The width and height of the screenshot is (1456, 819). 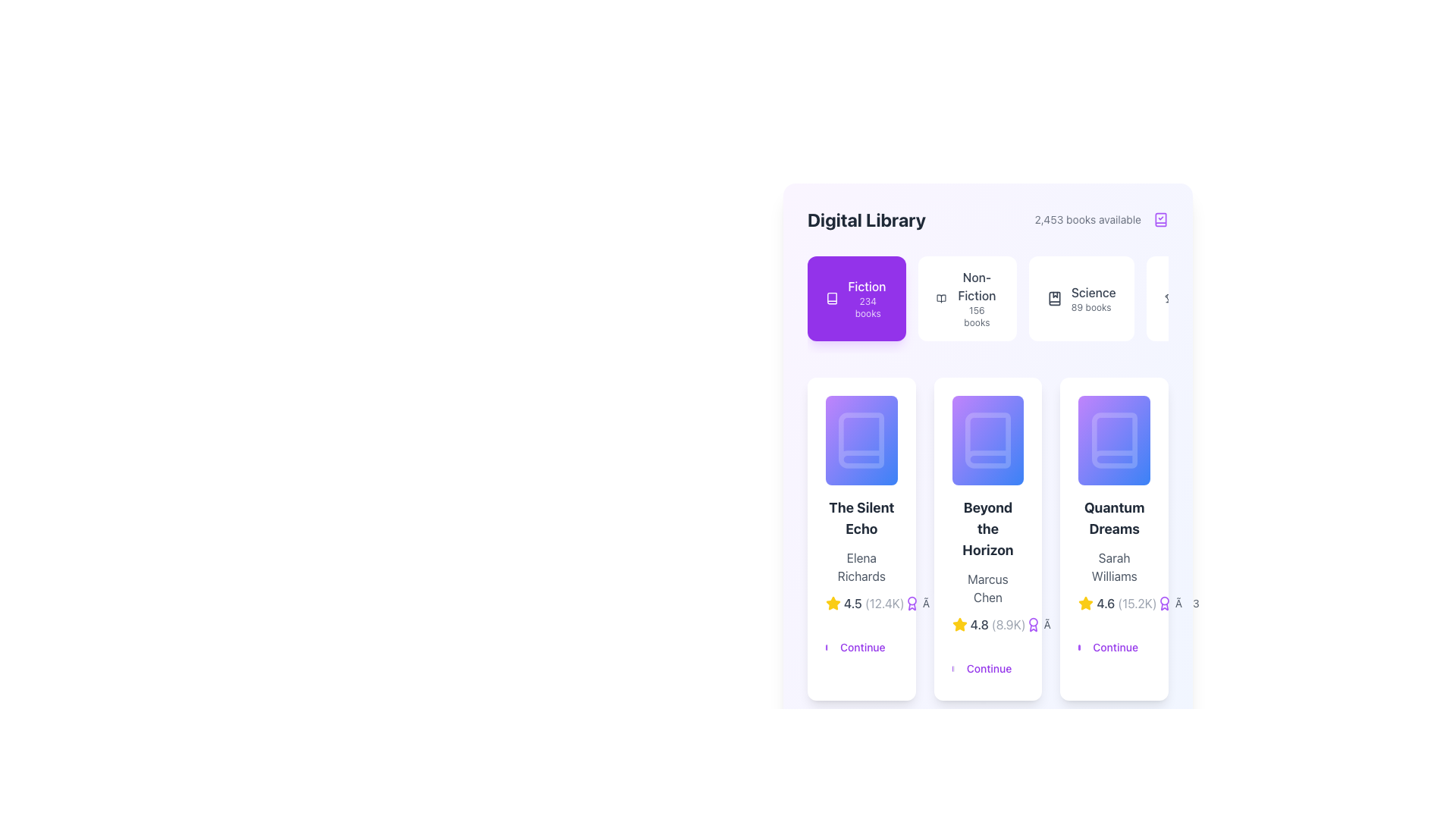 What do you see at coordinates (866, 219) in the screenshot?
I see `on the bold text element displaying 'Digital Library' located in the top-left portion of the header section of the library interface` at bounding box center [866, 219].